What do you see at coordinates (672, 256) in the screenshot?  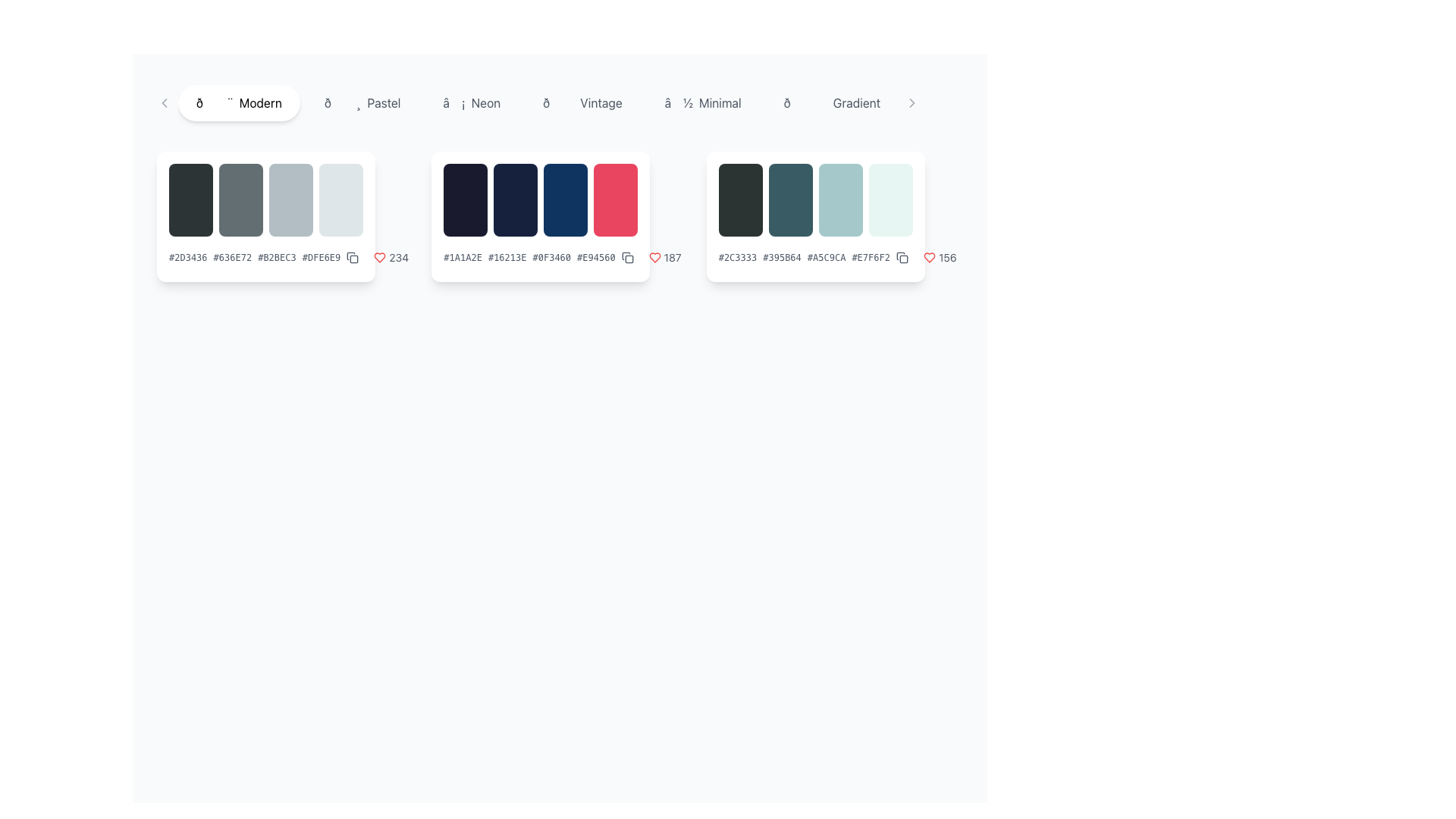 I see `the numerical indicator displaying the value '187', which is styled with black text and positioned to the right of a heart-shaped icon in the third card from the left` at bounding box center [672, 256].